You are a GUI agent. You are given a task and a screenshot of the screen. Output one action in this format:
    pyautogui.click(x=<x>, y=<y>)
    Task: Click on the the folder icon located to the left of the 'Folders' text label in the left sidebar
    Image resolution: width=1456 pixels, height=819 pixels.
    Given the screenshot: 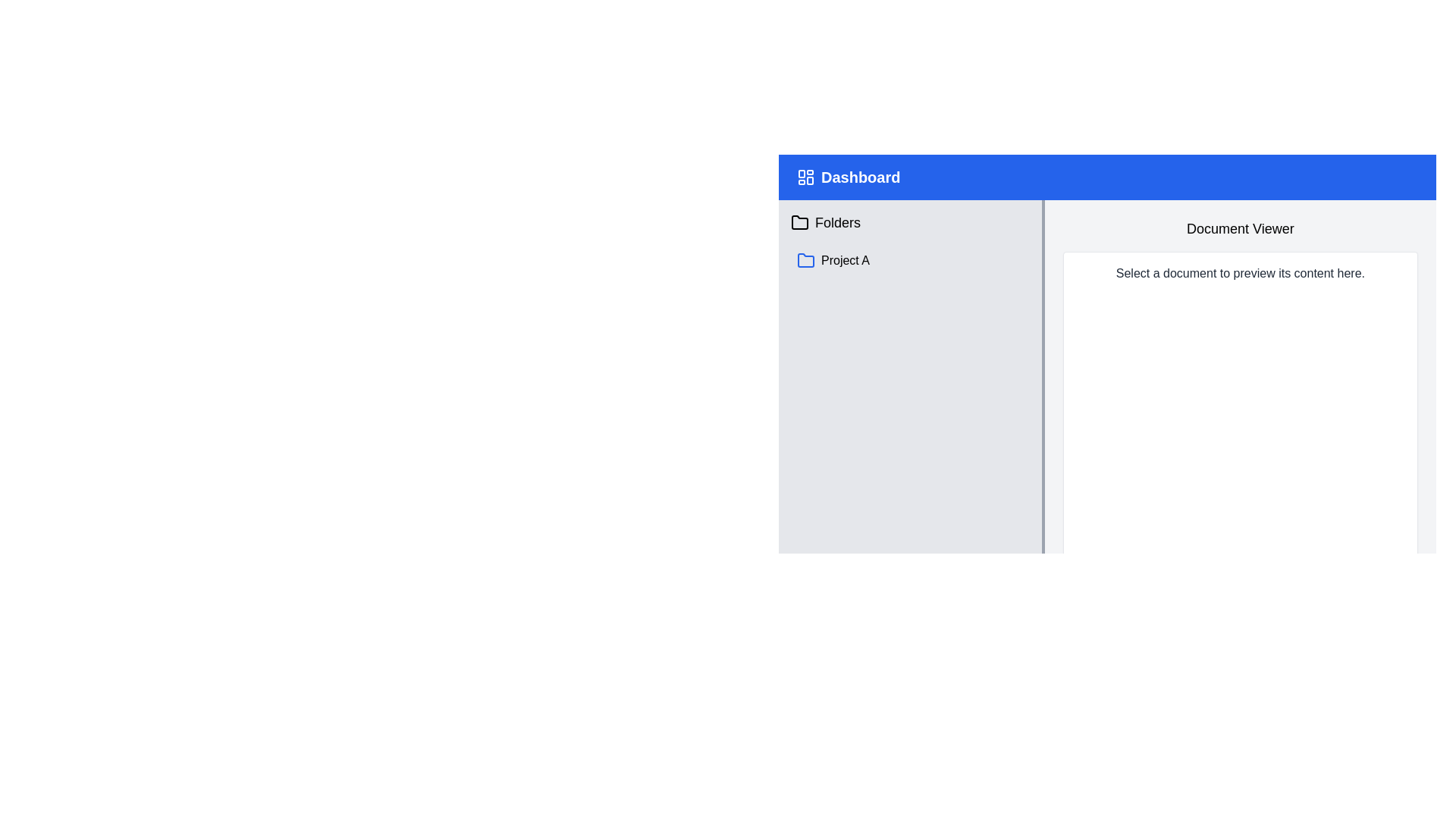 What is the action you would take?
    pyautogui.click(x=799, y=222)
    